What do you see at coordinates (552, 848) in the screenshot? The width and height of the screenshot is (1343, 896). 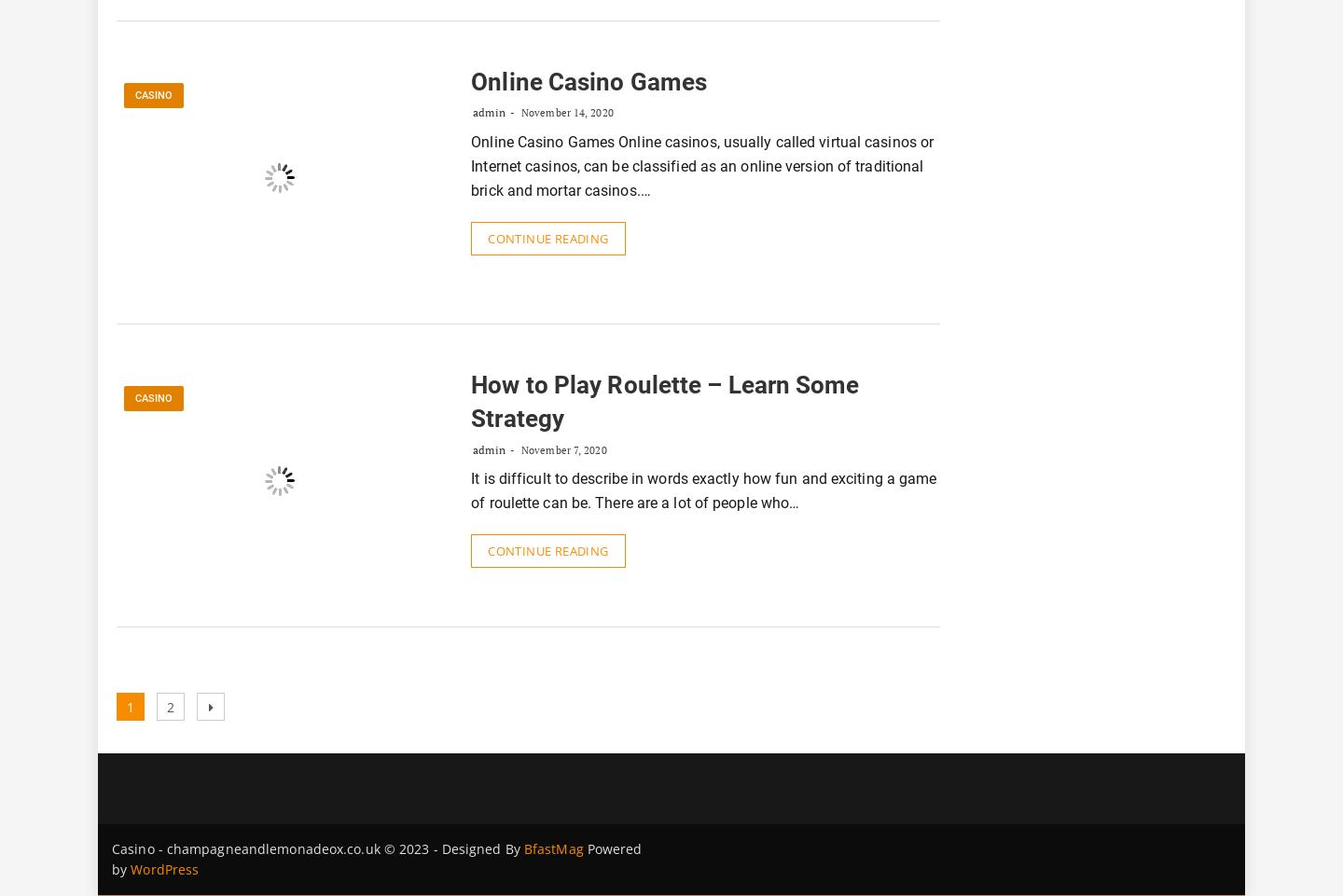 I see `'BfastMag'` at bounding box center [552, 848].